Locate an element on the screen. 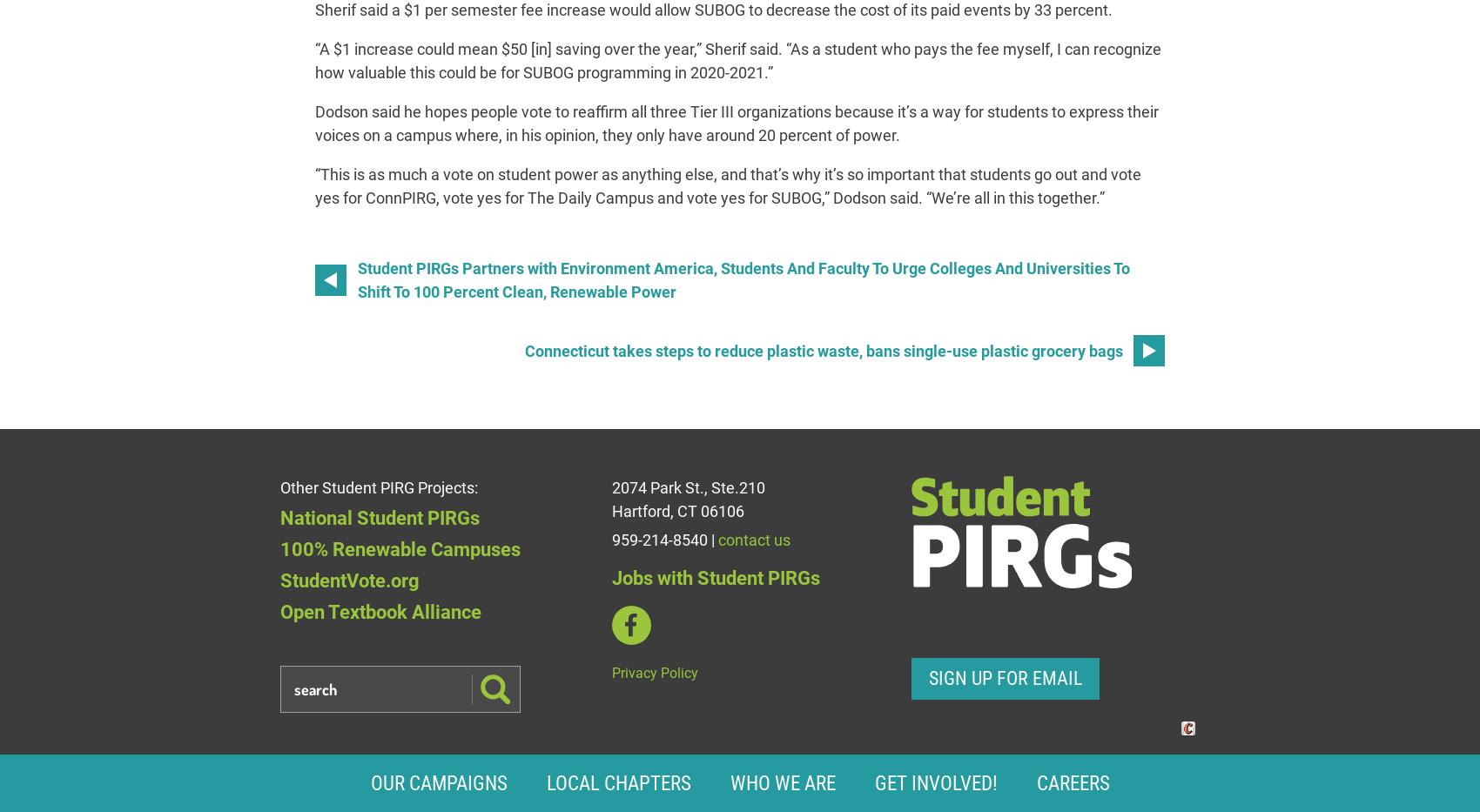  '“This is as much a vote on student power as anything else, and that’s why it’s so important that students go out and vote yes for ConnPIRG, vote yes for The Daily Campus and vote yes for SUBOG,” Dodson said. “We’re all in this together.”' is located at coordinates (727, 185).